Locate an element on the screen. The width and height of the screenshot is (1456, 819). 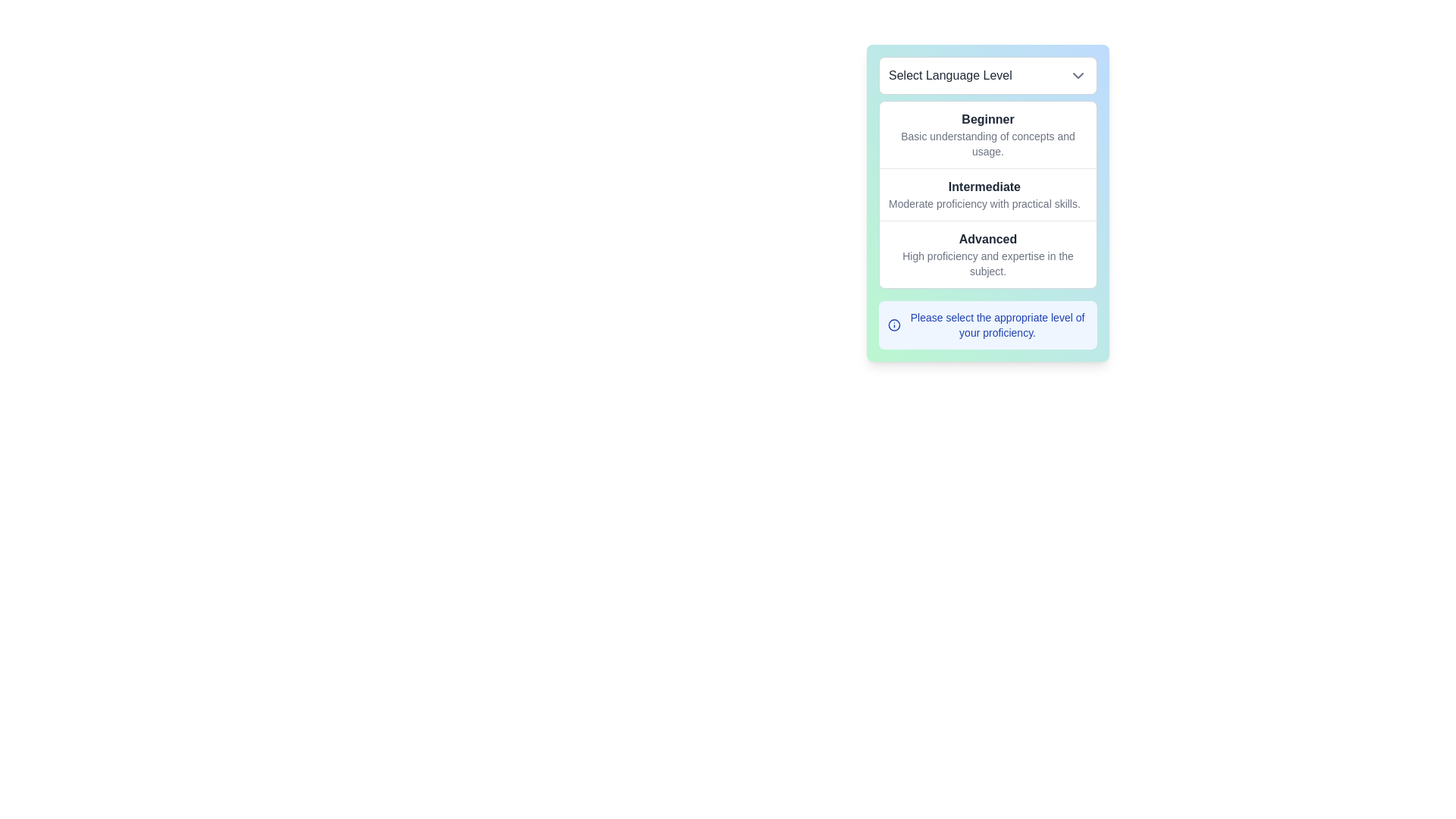
to select the advanced level of language proficiency, which is the third option in the list, located below 'Intermediate' is located at coordinates (987, 253).